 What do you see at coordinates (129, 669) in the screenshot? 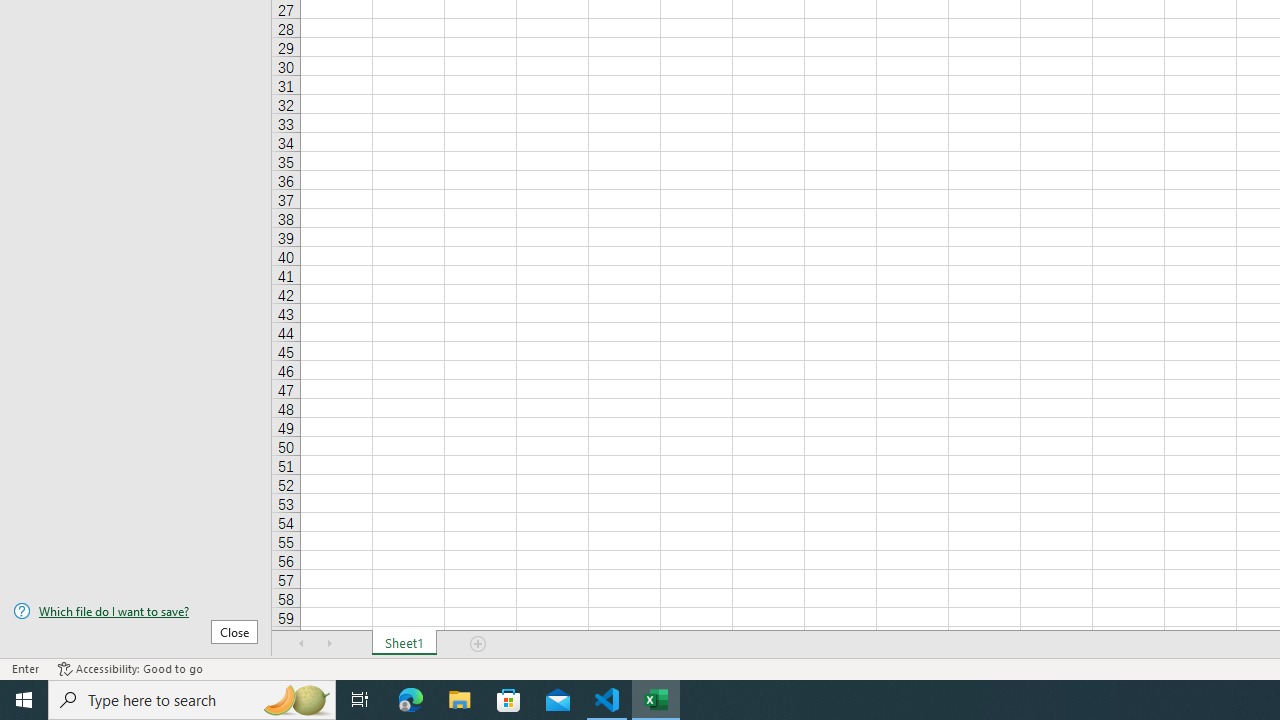
I see `'Accessibility Checker Accessibility: Good to go'` at bounding box center [129, 669].